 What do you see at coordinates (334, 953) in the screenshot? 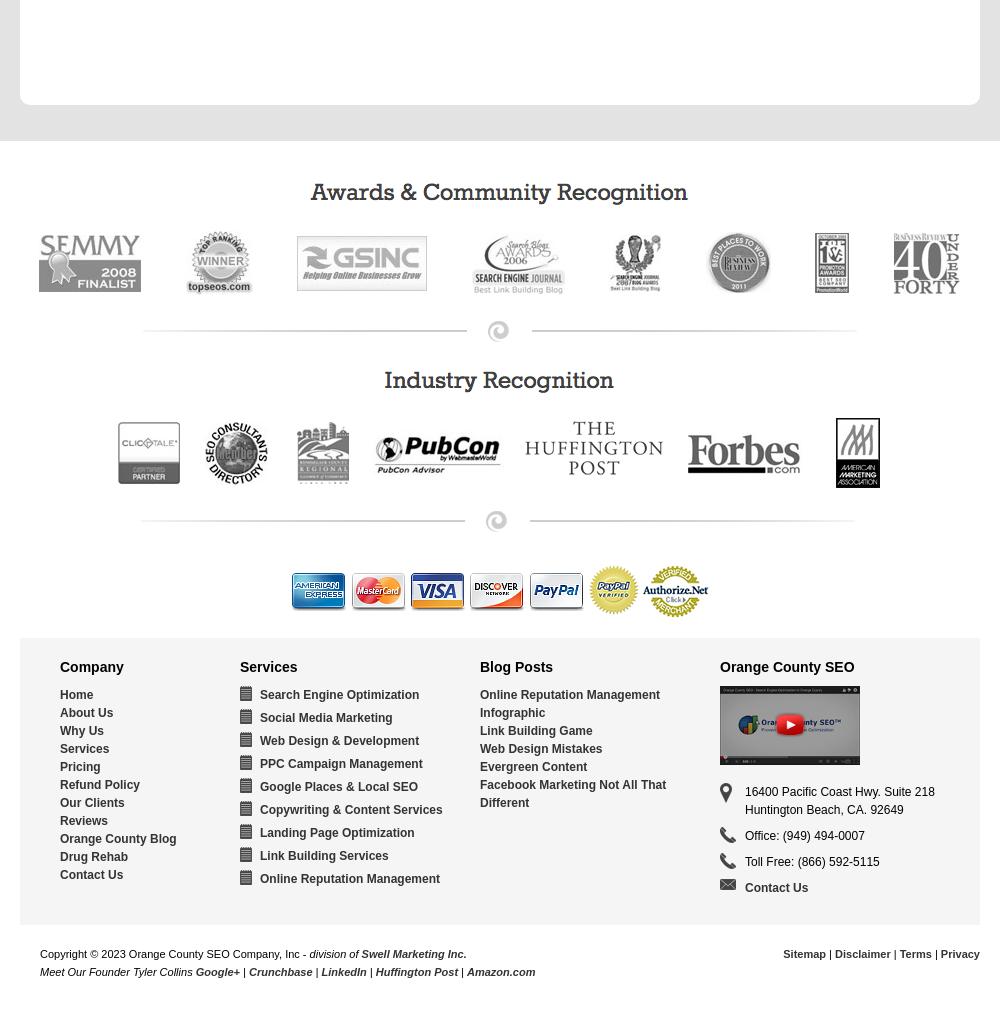
I see `'division of'` at bounding box center [334, 953].